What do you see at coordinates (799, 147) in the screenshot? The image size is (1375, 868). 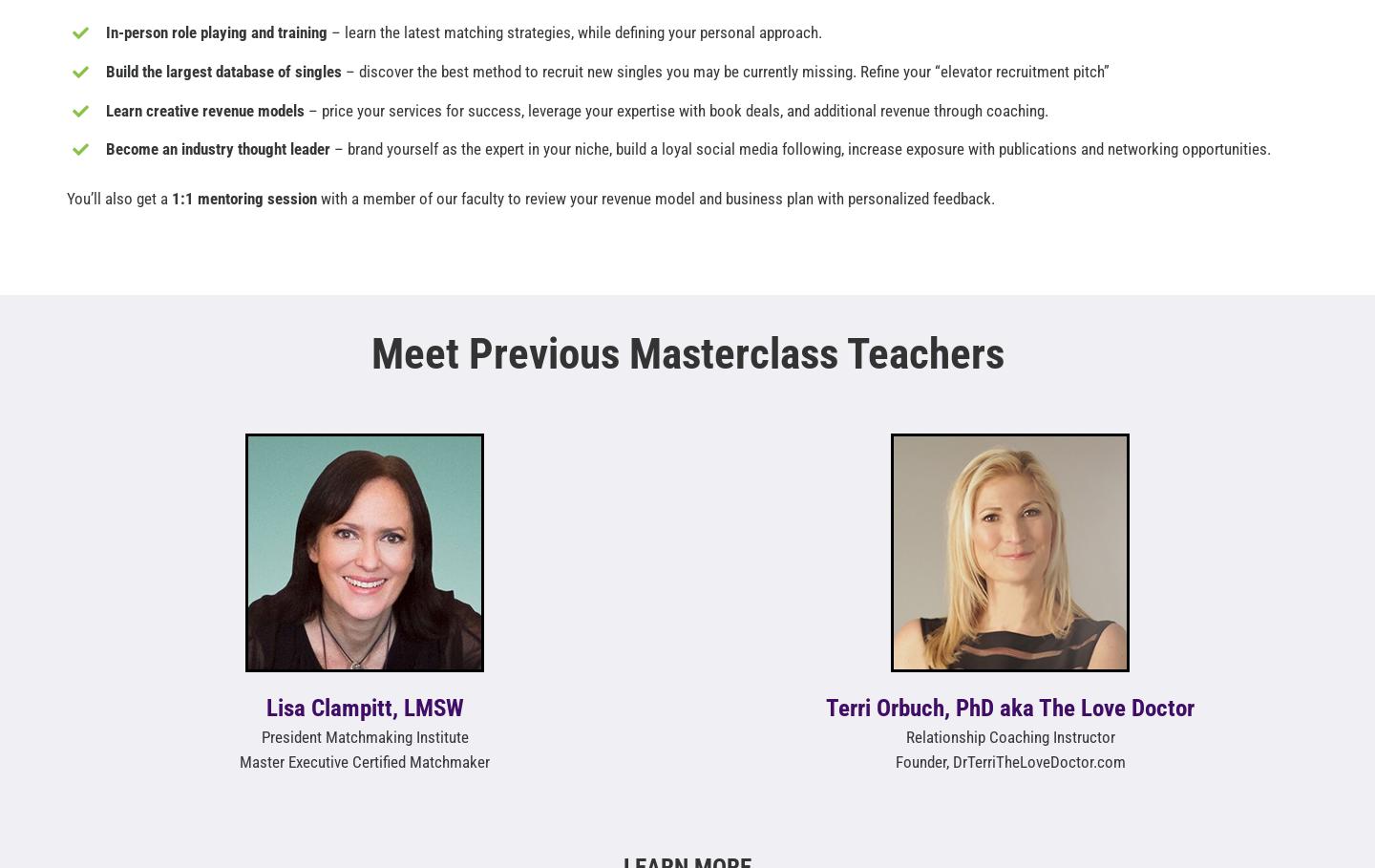 I see `'– brand yourself as the expert in your niche, build a loyal social media following, increase exposure with publications and networking opportunities.'` at bounding box center [799, 147].